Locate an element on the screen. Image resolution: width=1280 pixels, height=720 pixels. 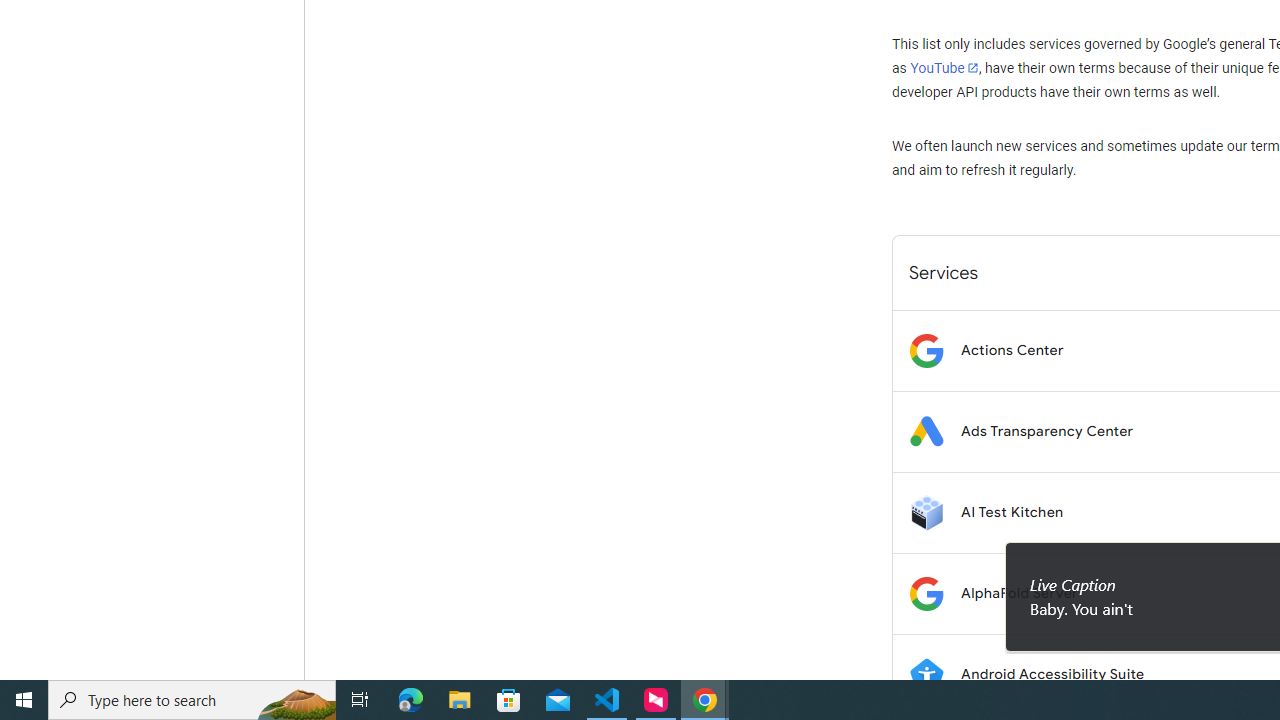
'Logo for Android Accessibility Suite' is located at coordinates (925, 674).